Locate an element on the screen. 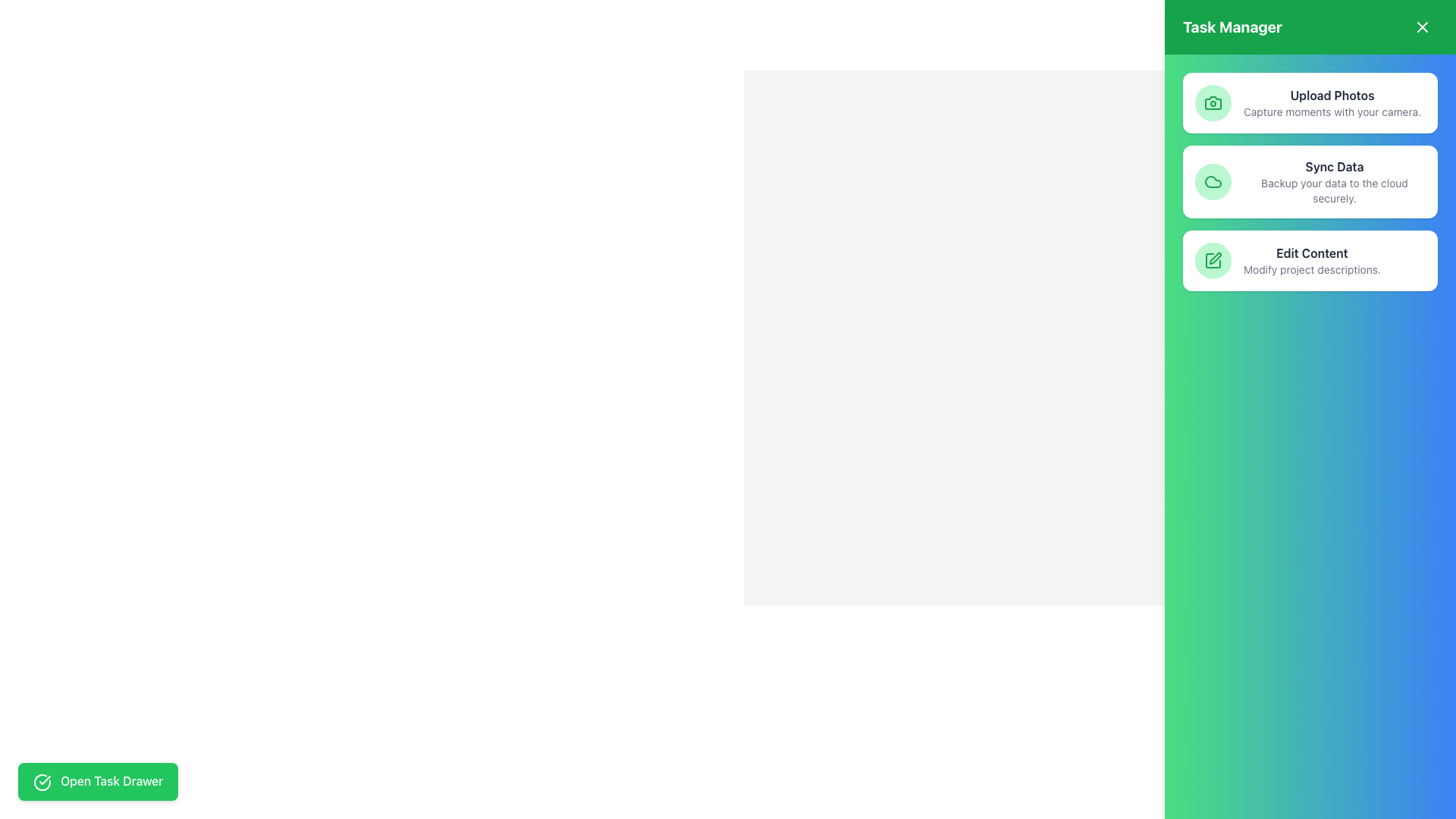 The image size is (1456, 819). the 'X' icon in the top-right corner of the green header labeled 'Task Manager' is located at coordinates (1422, 27).